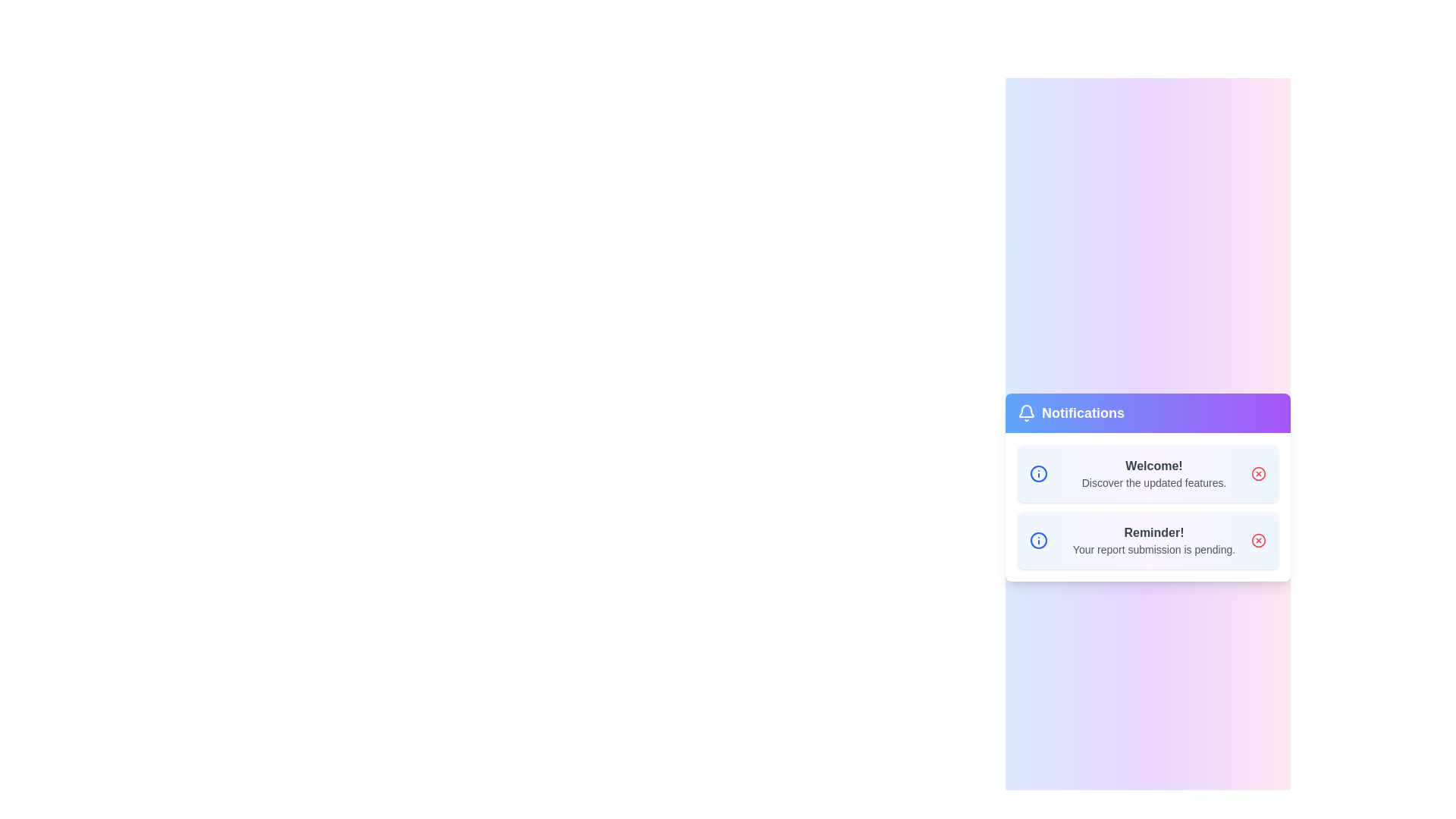 The height and width of the screenshot is (819, 1456). I want to click on the 'Notifications' text label which is styled with a large and bold font against a gradient purple background, located to the right of a bell icon, so click(1082, 413).